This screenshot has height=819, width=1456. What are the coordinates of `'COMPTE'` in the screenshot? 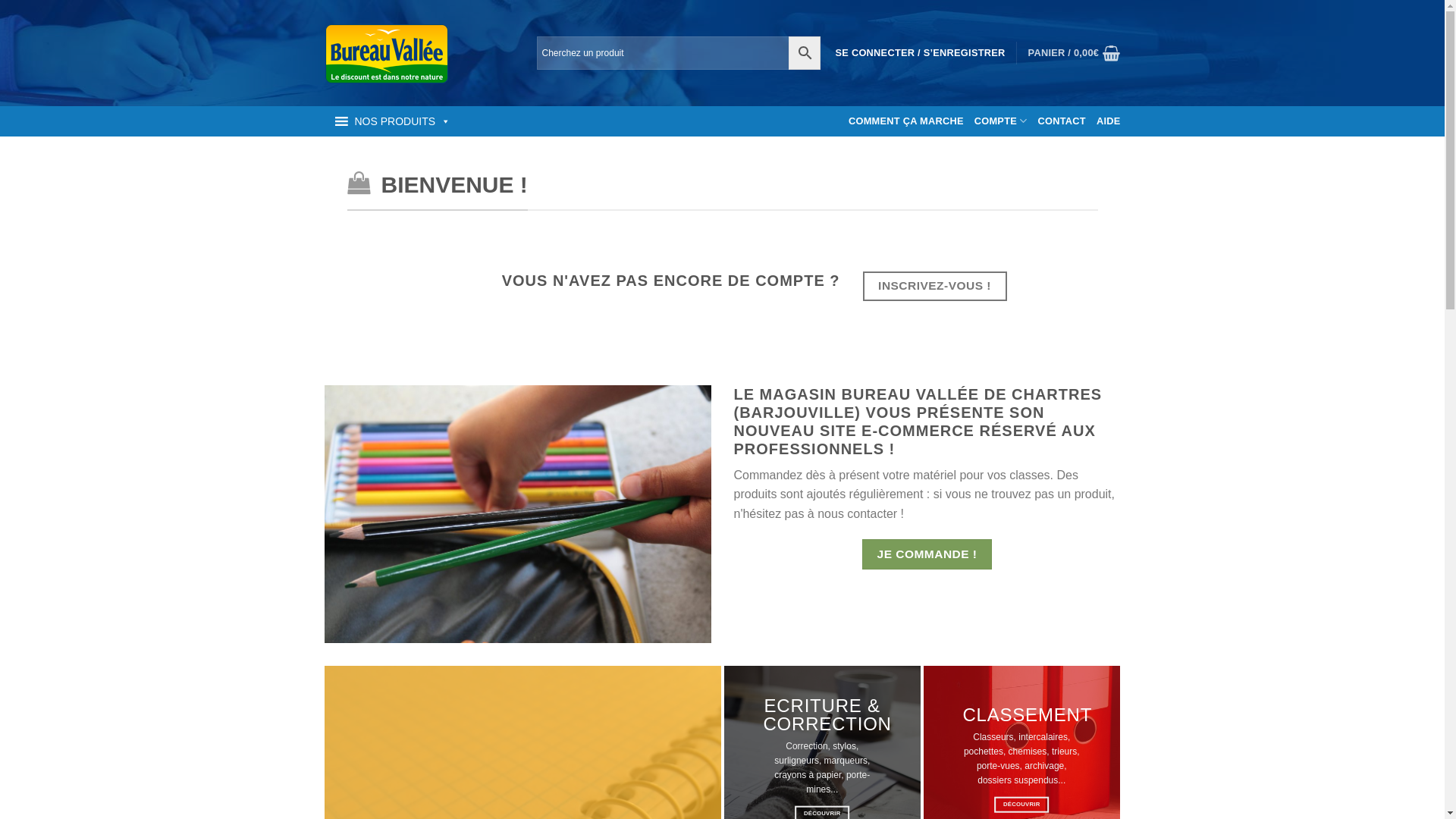 It's located at (1001, 120).